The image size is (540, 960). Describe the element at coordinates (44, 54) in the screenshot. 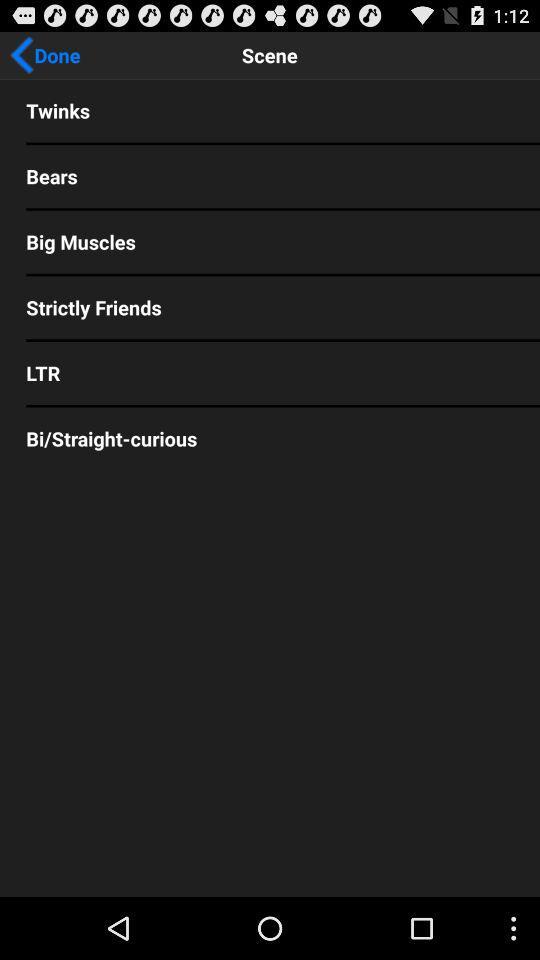

I see `the done at the top left corner` at that location.